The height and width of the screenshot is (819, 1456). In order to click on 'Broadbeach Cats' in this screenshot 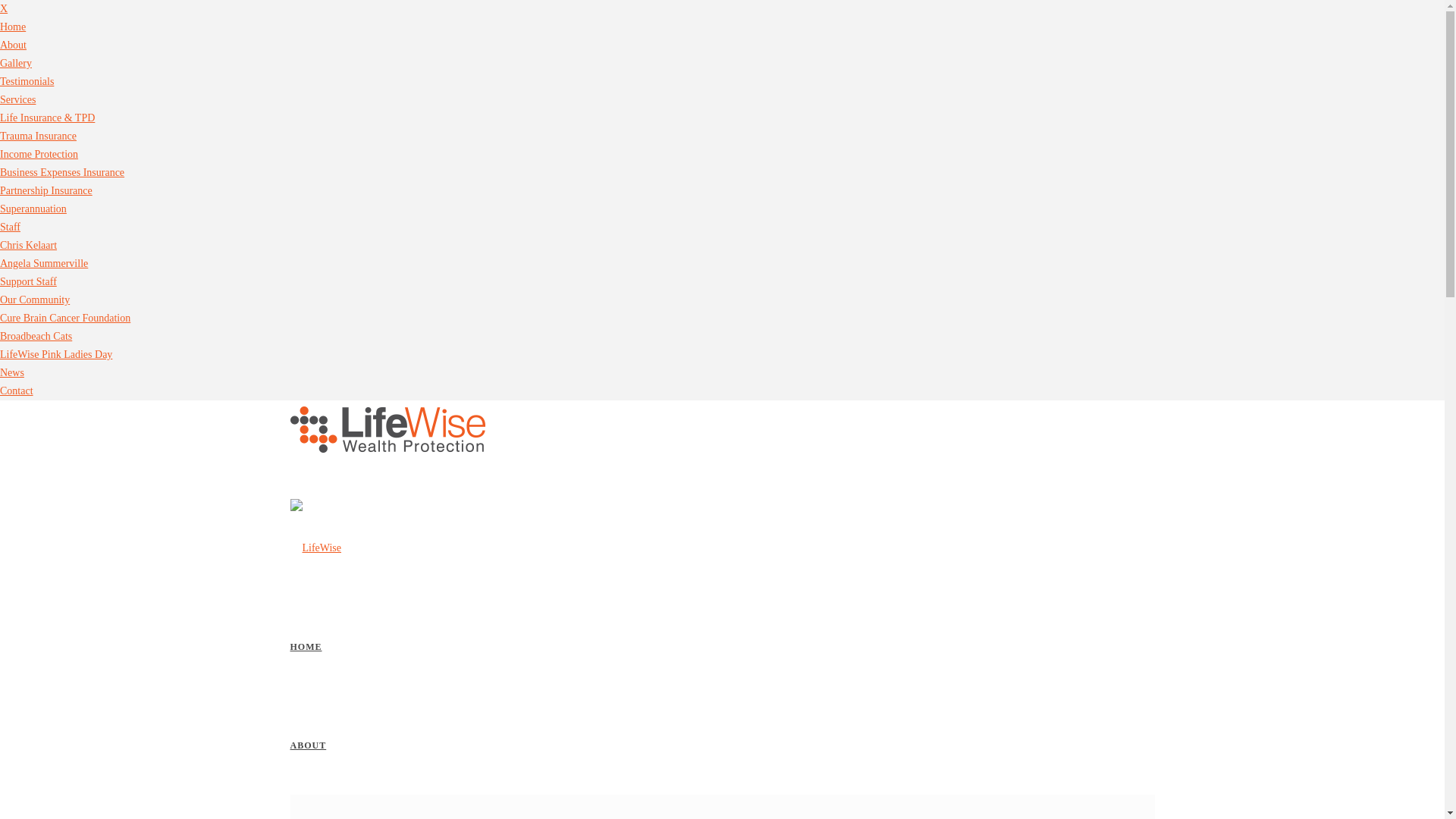, I will do `click(0, 335)`.